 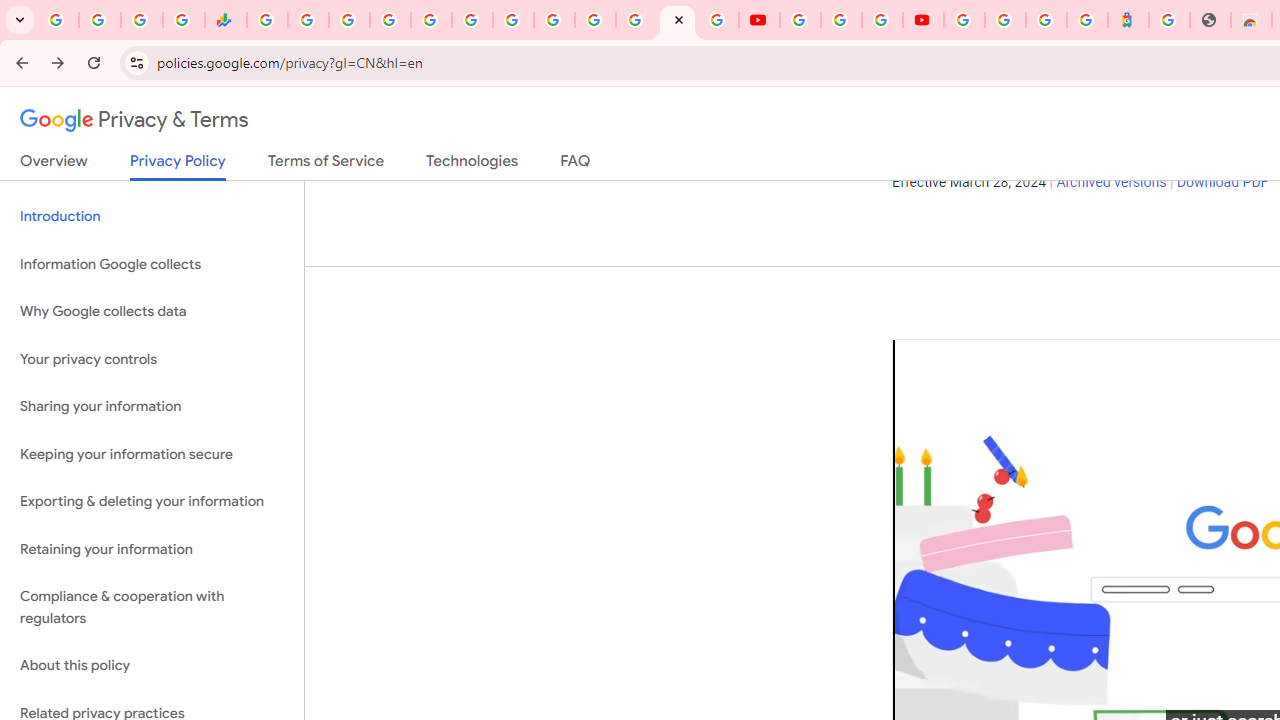 I want to click on 'Compliance & cooperation with regulators', so click(x=151, y=607).